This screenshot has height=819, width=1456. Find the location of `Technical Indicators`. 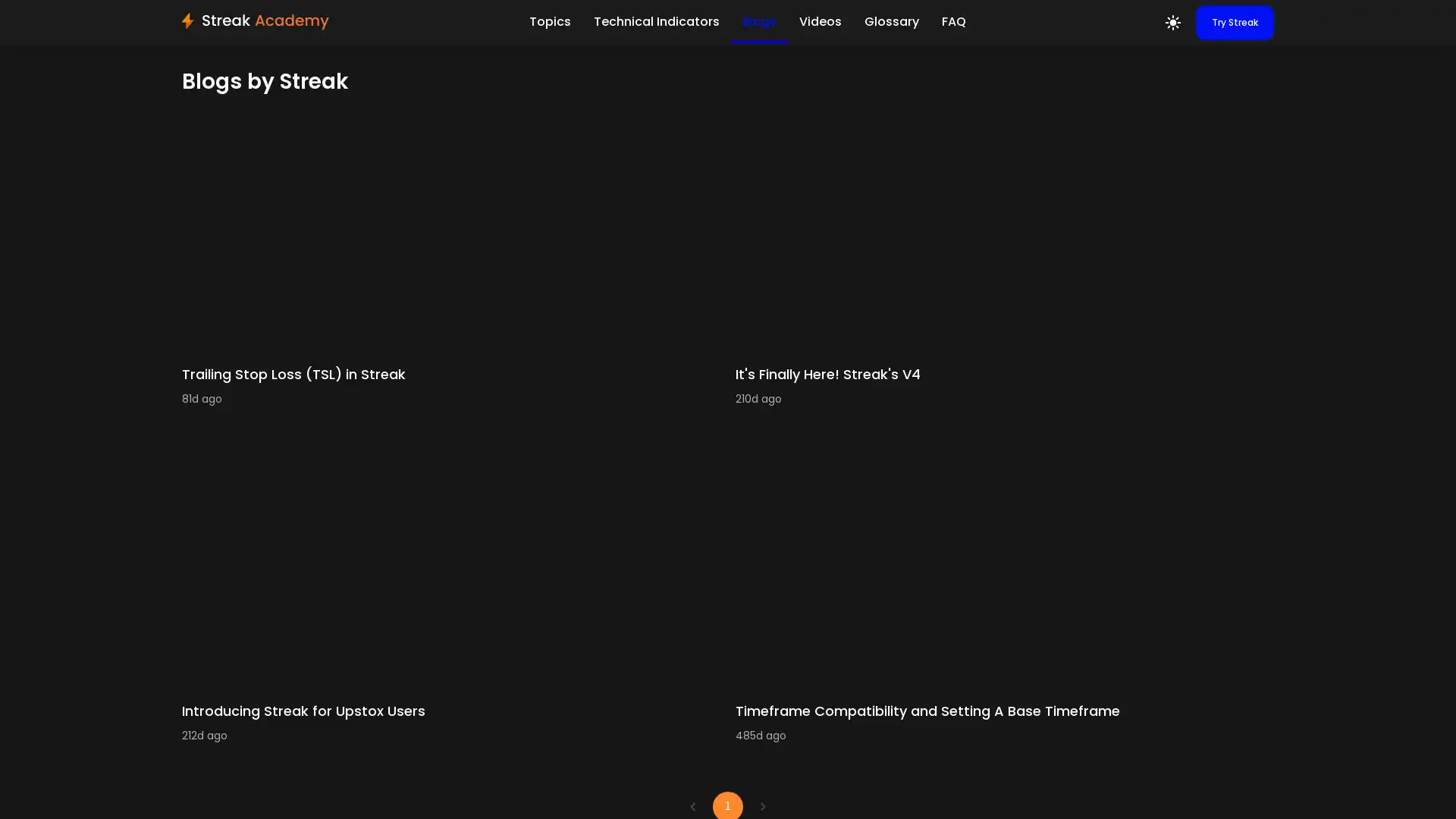

Technical Indicators is located at coordinates (655, 20).